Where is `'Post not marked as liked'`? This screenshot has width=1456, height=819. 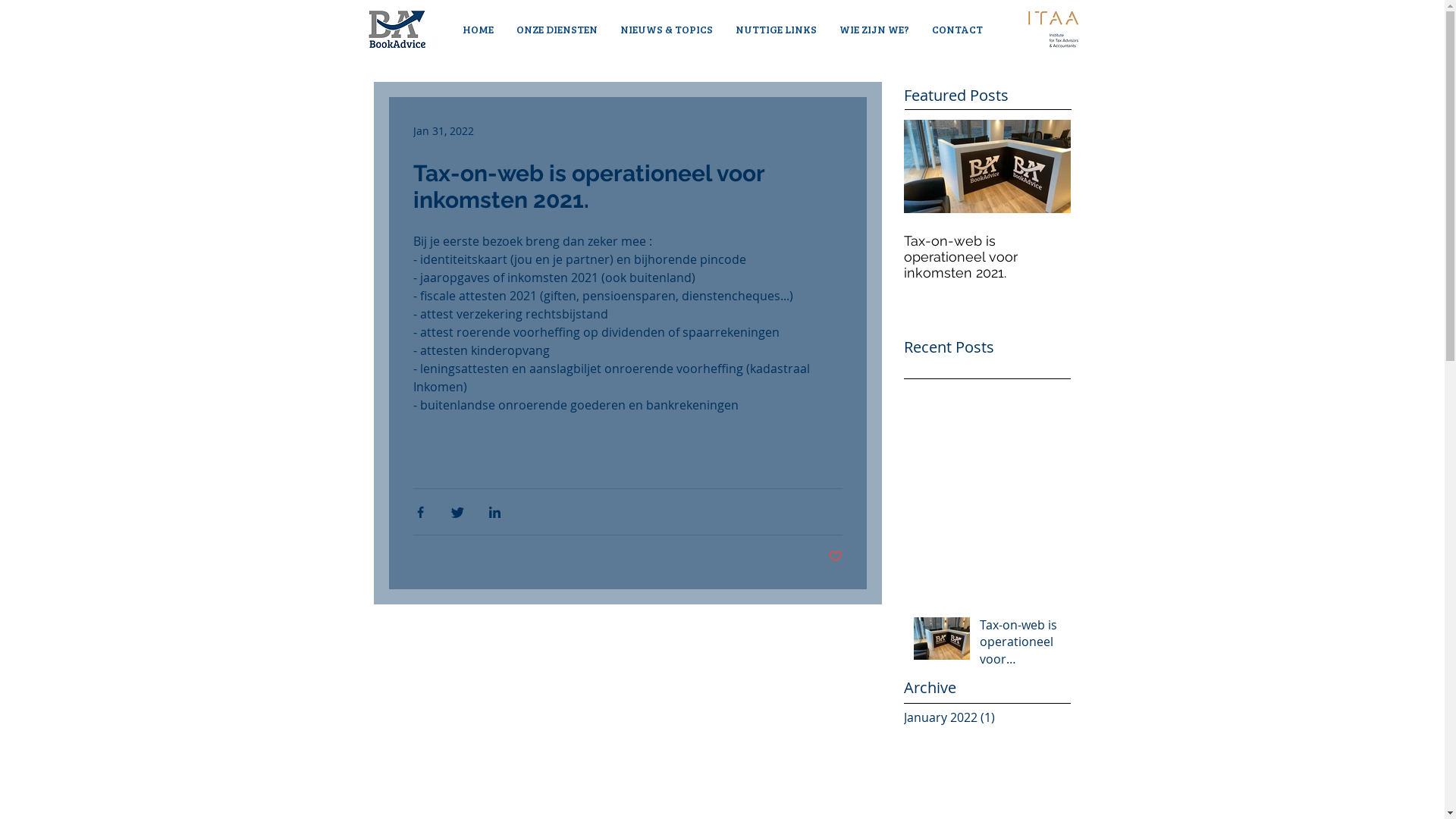
'Post not marked as liked' is located at coordinates (834, 557).